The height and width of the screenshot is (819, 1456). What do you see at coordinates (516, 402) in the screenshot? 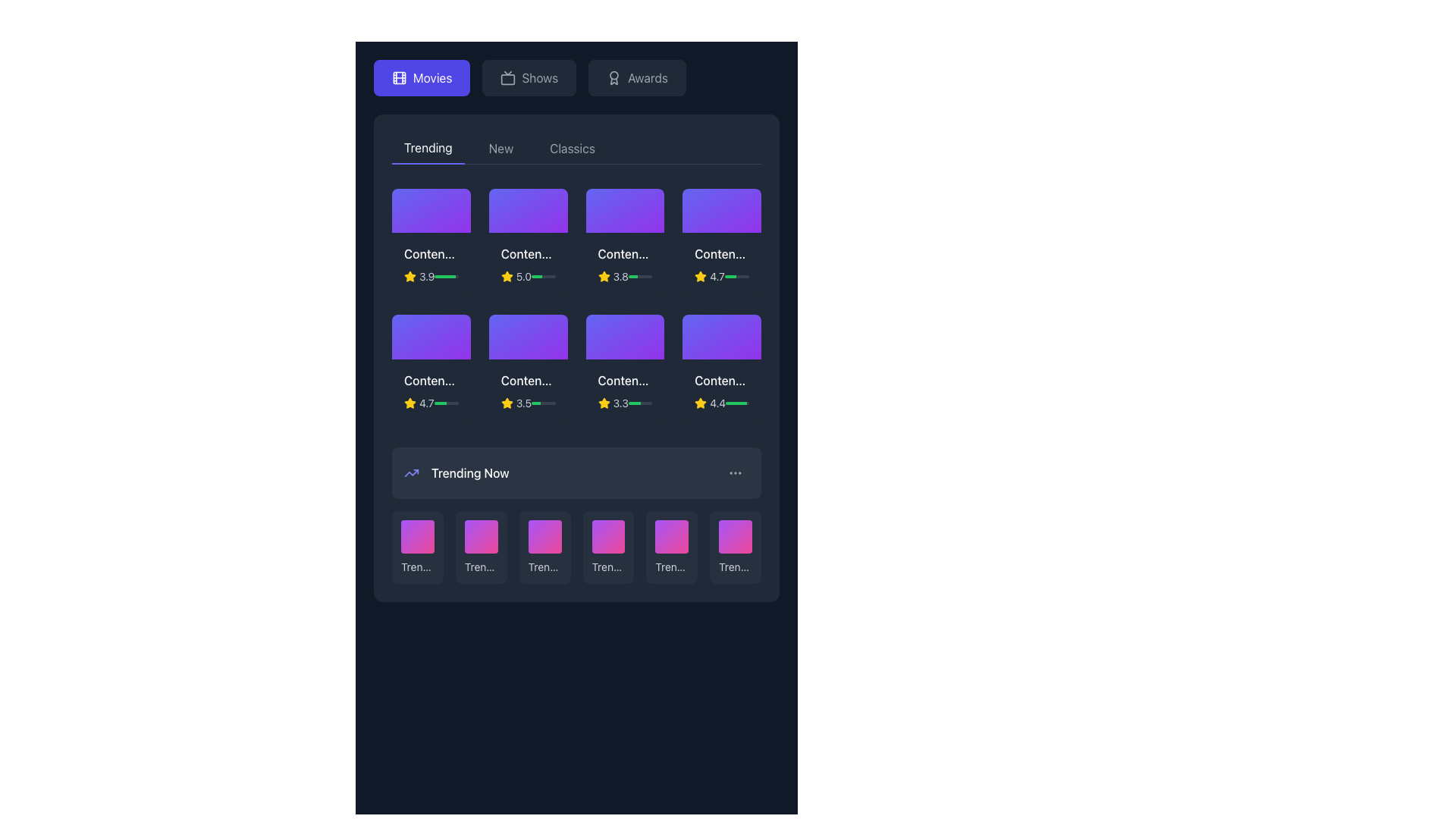
I see `the rating display component located in the second row, fifth column of the grid` at bounding box center [516, 402].